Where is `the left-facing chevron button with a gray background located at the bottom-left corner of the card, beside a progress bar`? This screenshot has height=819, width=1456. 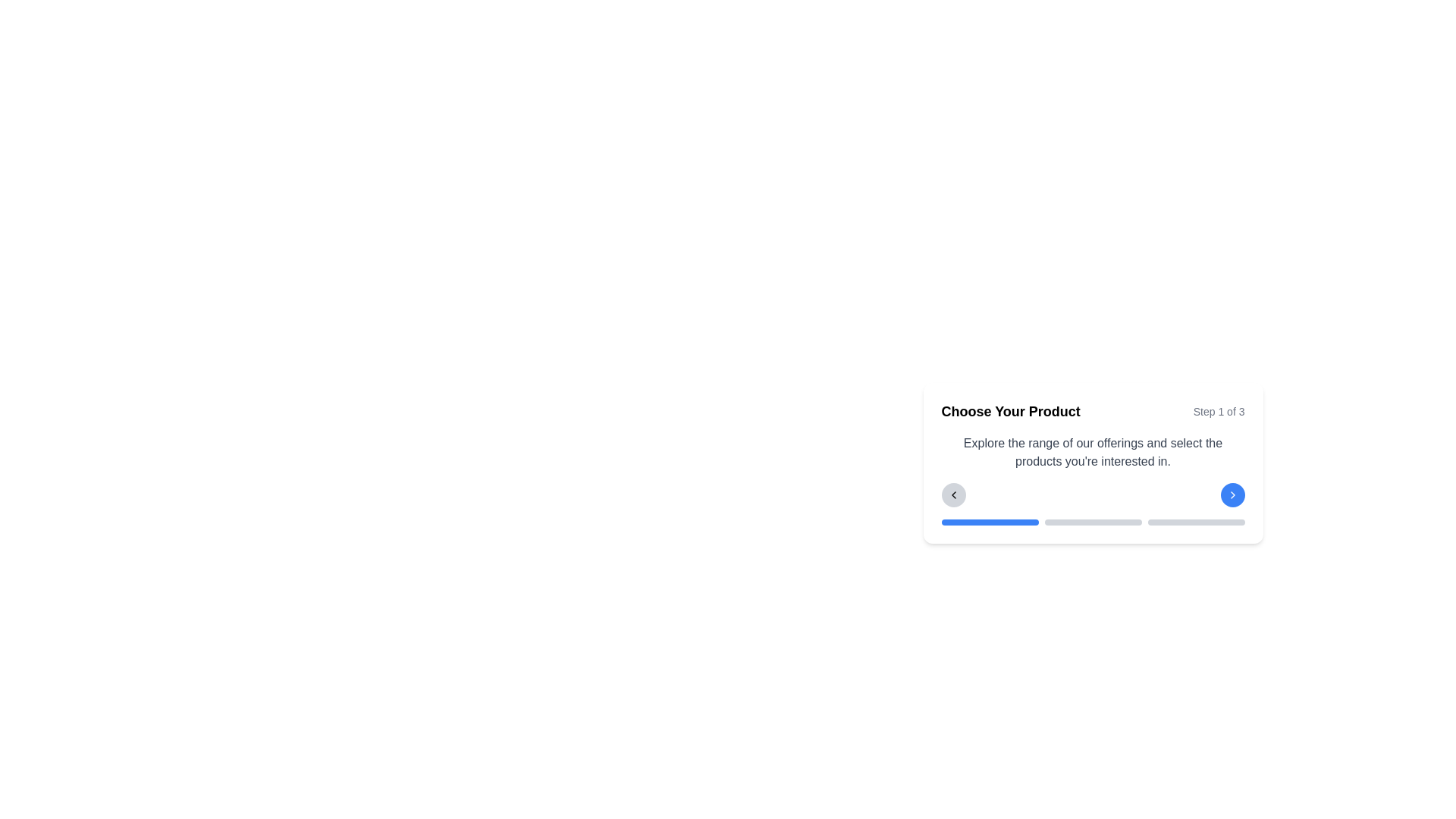
the left-facing chevron button with a gray background located at the bottom-left corner of the card, beside a progress bar is located at coordinates (952, 494).